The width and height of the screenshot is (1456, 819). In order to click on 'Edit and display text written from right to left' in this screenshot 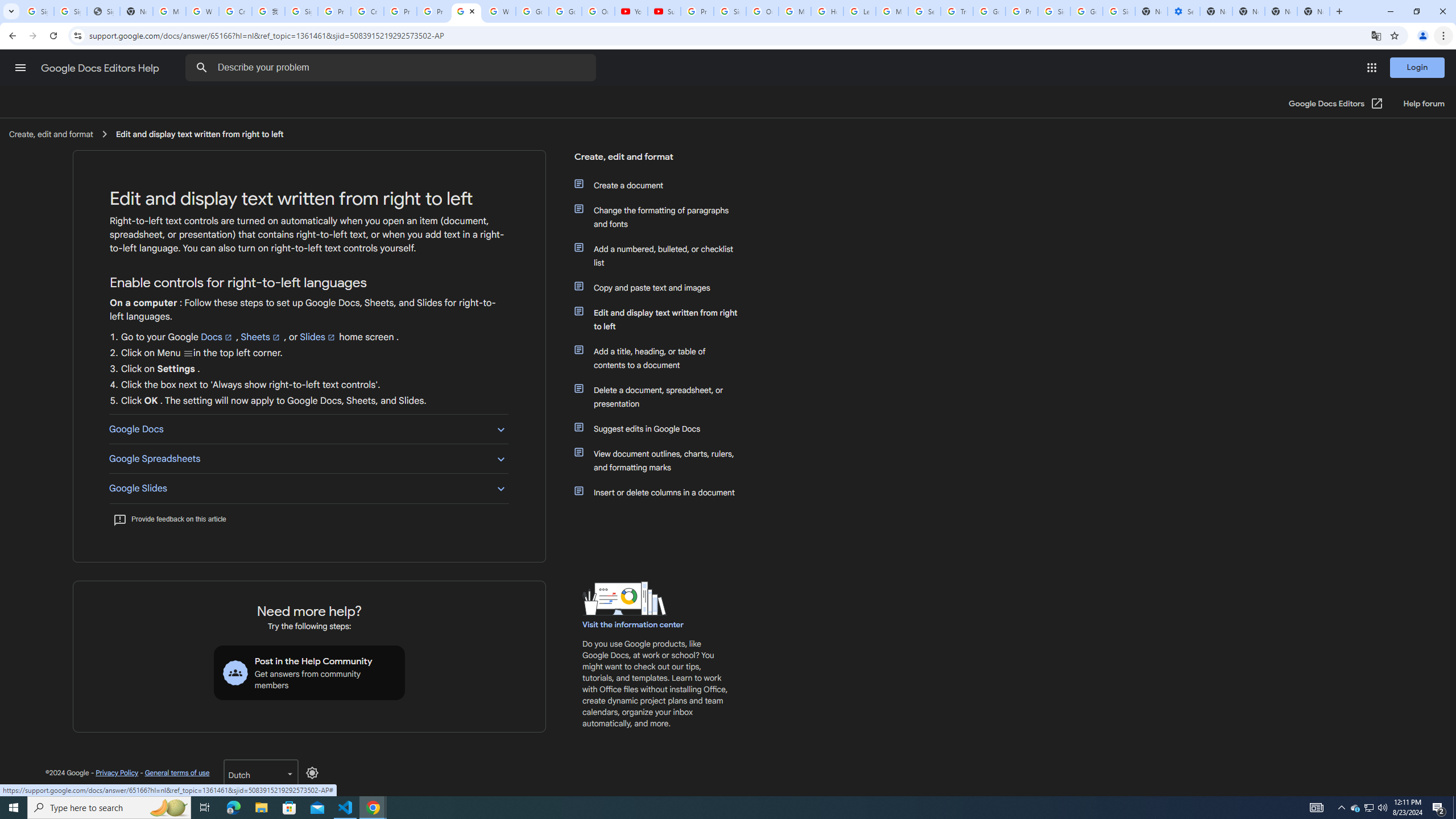, I will do `click(661, 320)`.